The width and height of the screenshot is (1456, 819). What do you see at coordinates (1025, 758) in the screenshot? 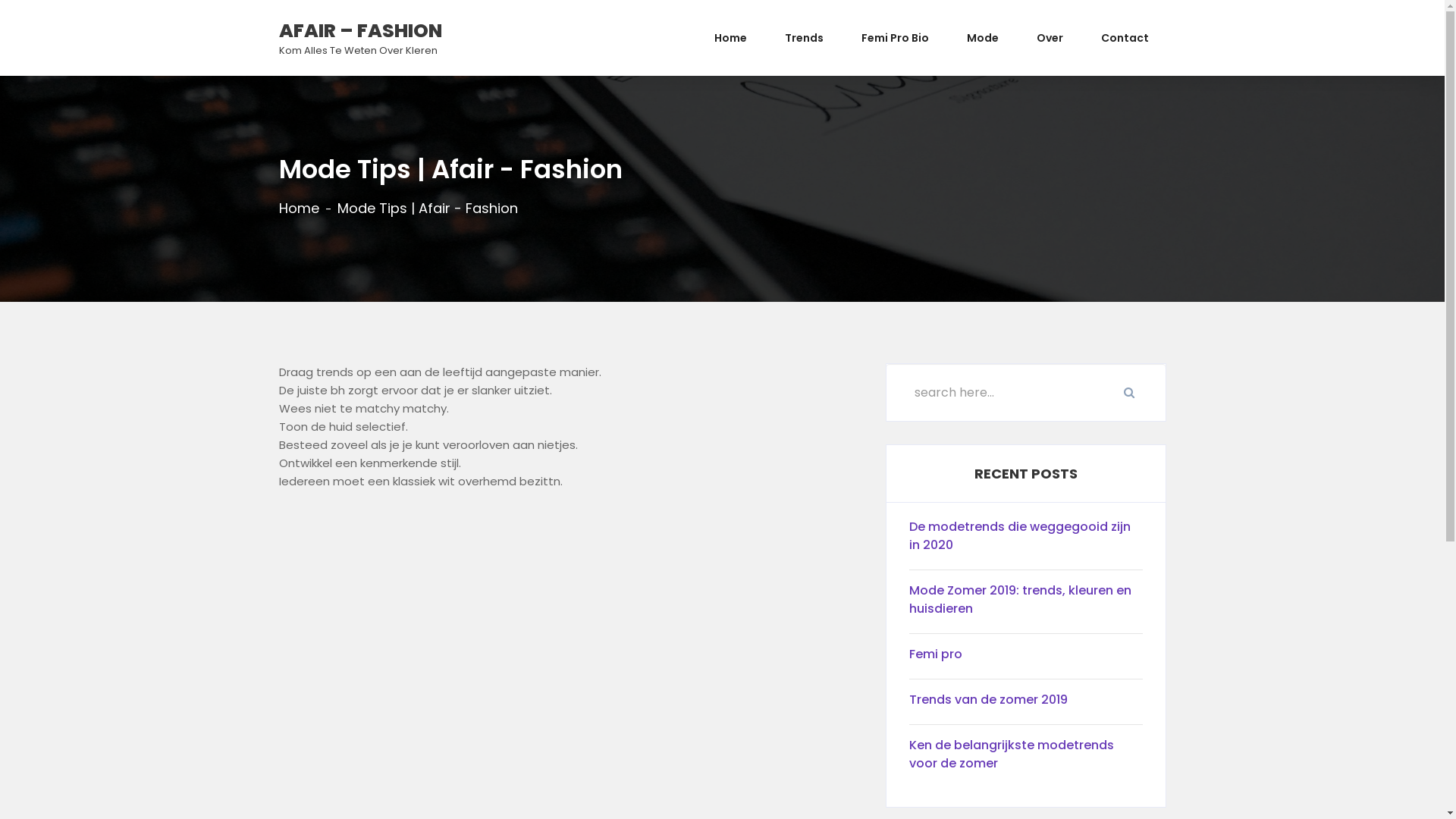
I see `'Ken de belangrijkste modetrends voor de zomer'` at bounding box center [1025, 758].